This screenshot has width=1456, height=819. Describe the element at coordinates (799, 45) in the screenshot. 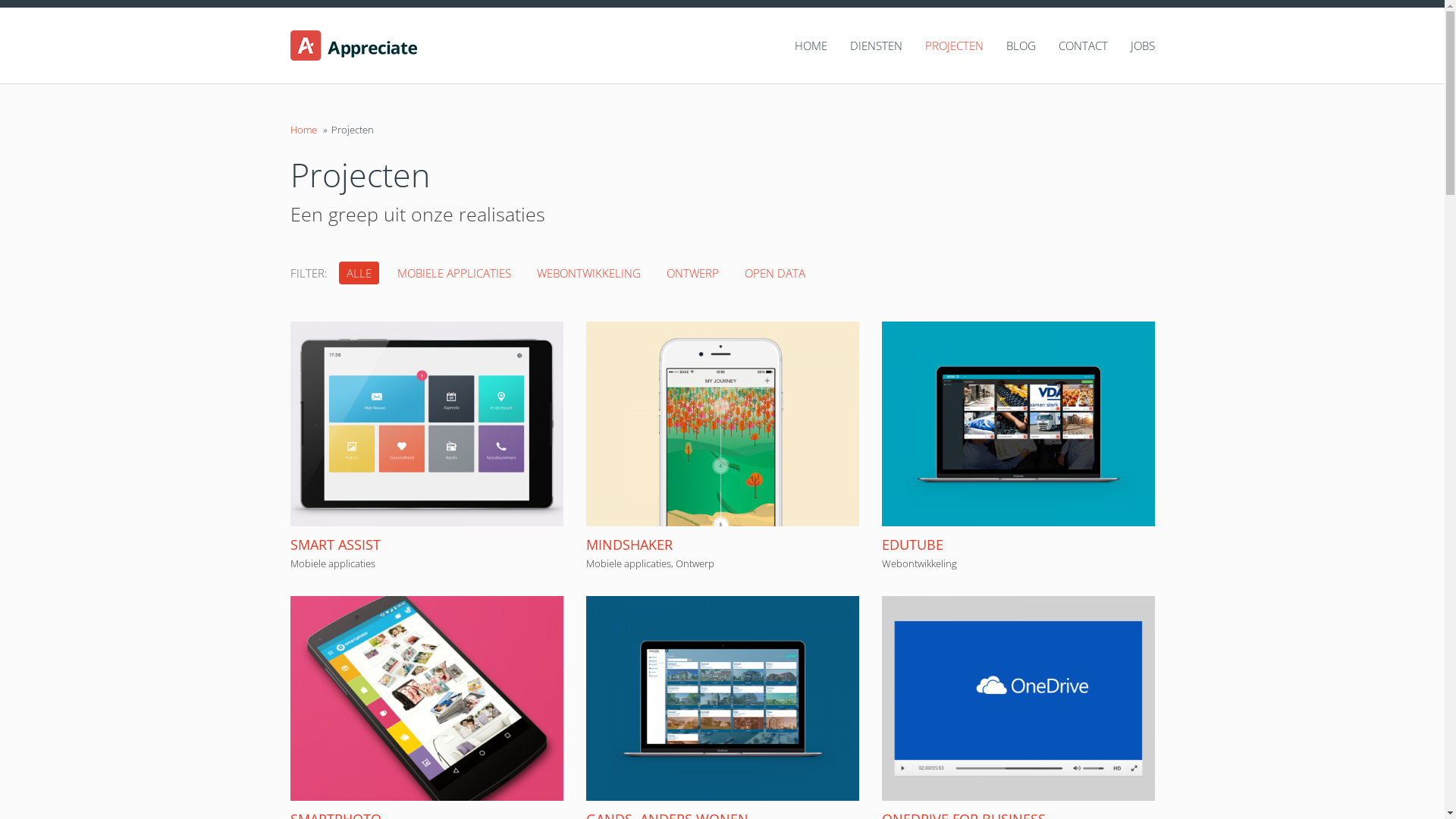

I see `'HOME'` at that location.